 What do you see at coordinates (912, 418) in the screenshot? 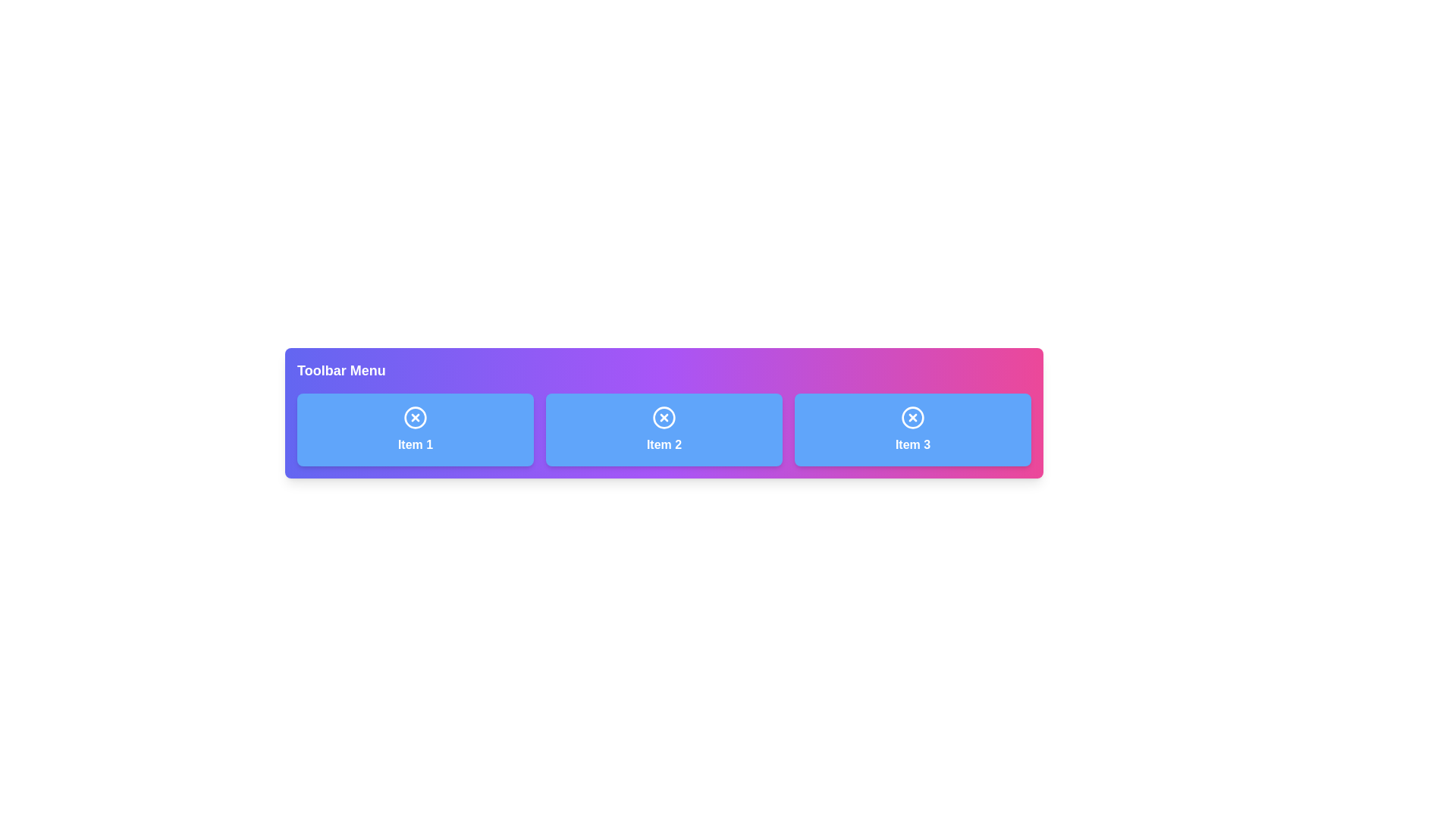
I see `the circular graphic icon with a white-bordered circle containing a white 'x', located in the 'Item 3' section of the toolbar` at bounding box center [912, 418].